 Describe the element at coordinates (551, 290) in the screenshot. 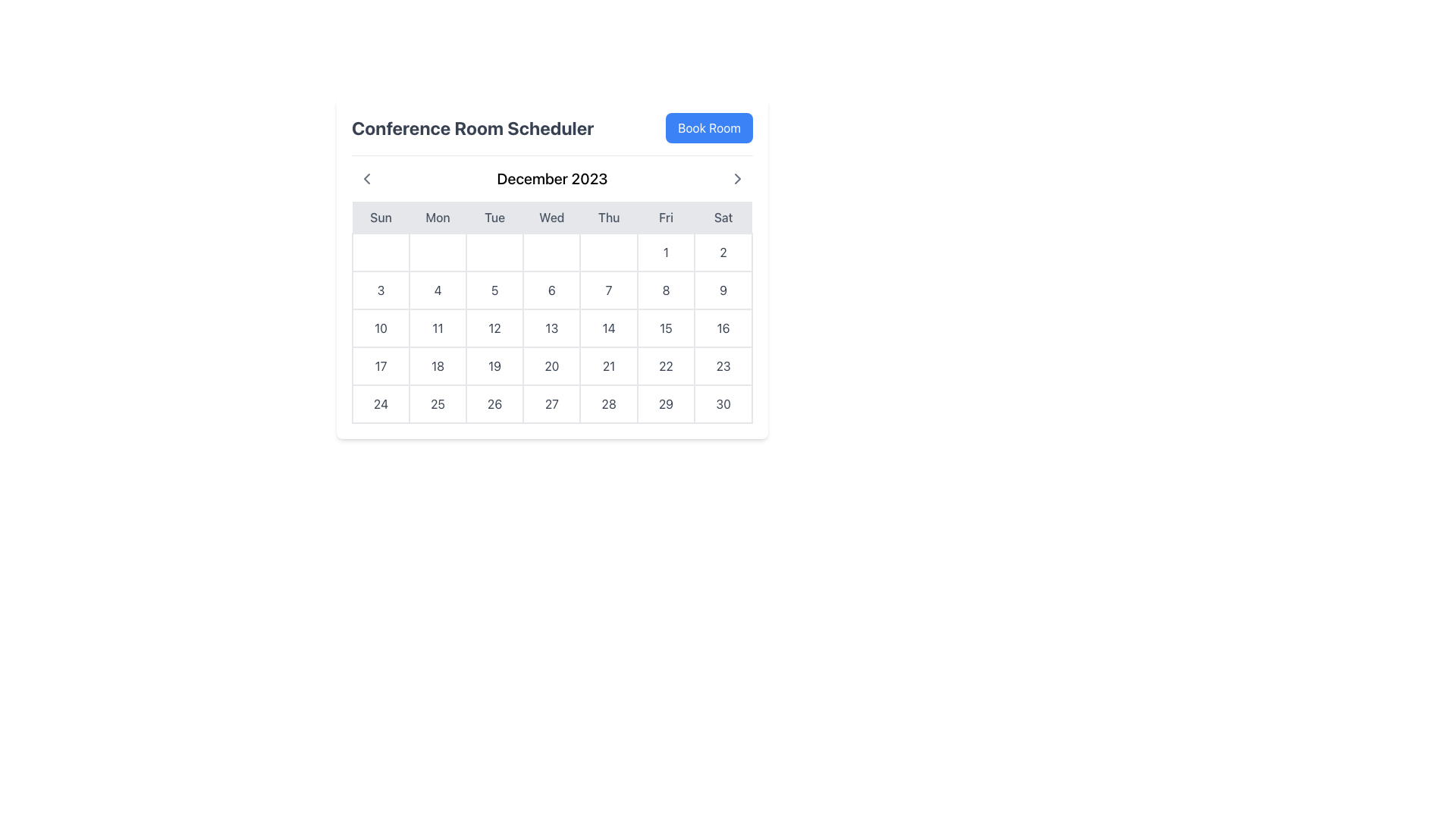

I see `the rounded rectangular button labeled '6' in the calendar interface under 'December 2023'` at that location.